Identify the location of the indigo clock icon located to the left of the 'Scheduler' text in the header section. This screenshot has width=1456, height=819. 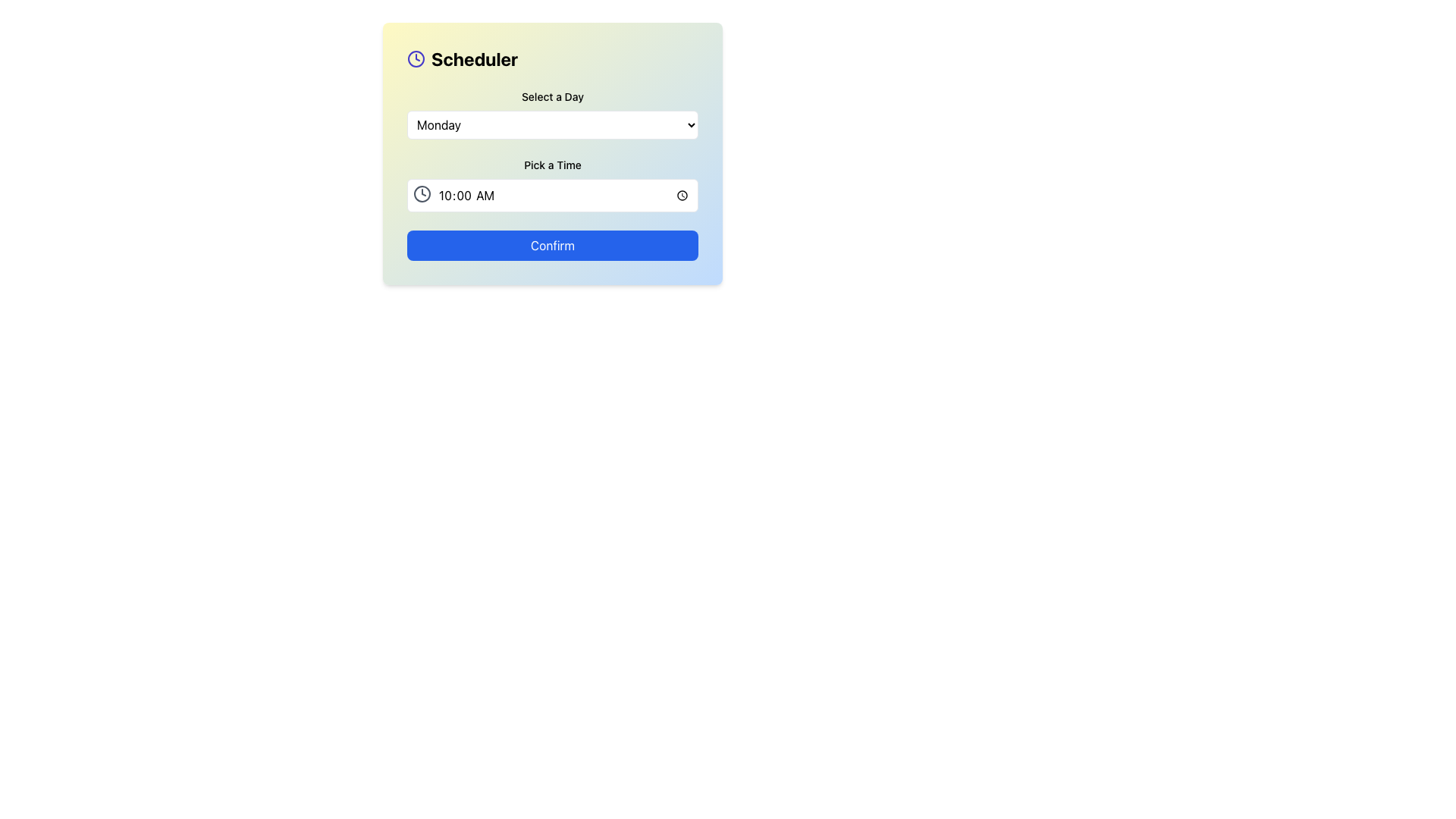
(416, 58).